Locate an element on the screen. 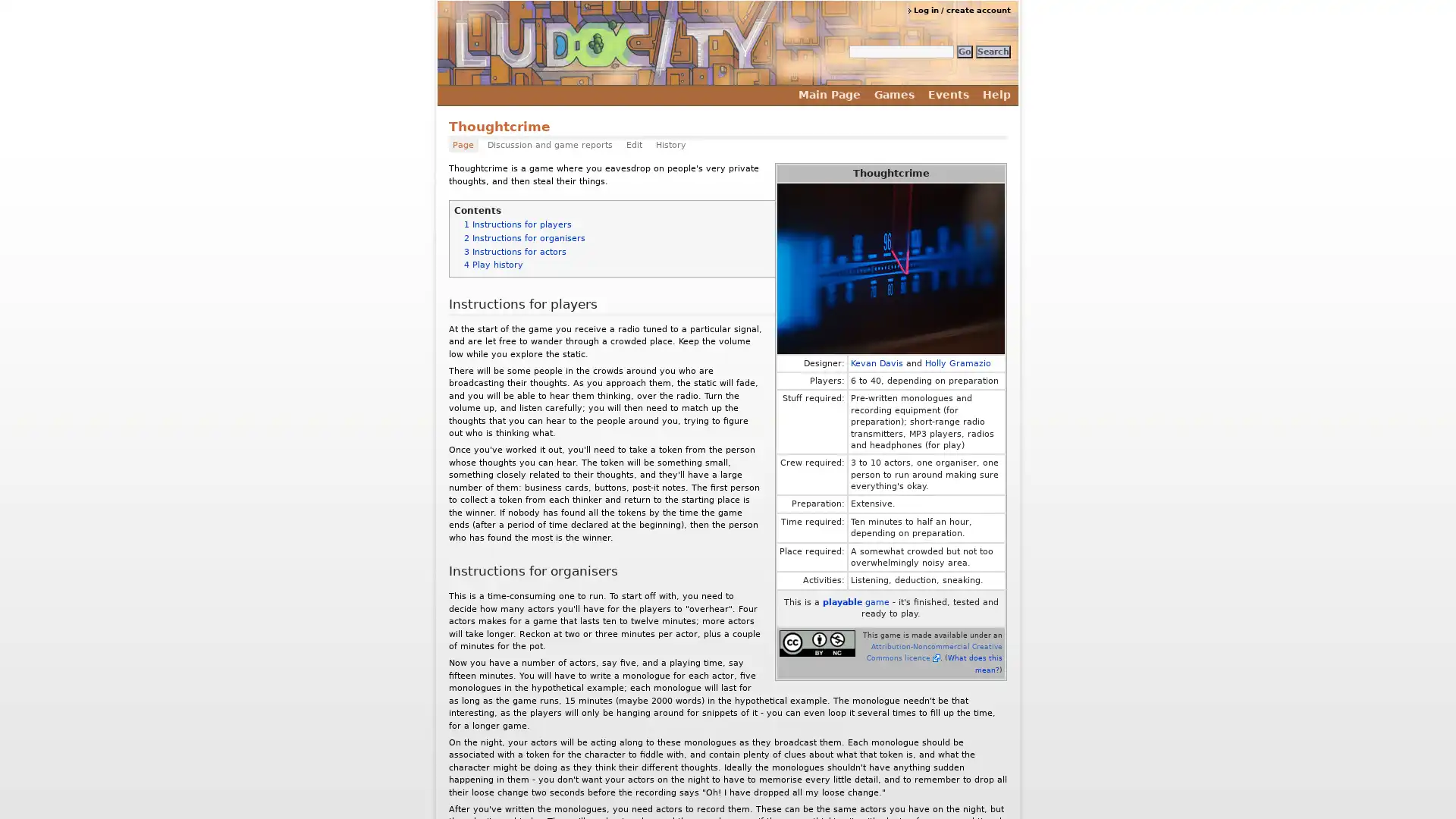 The image size is (1456, 819). Search is located at coordinates (993, 51).